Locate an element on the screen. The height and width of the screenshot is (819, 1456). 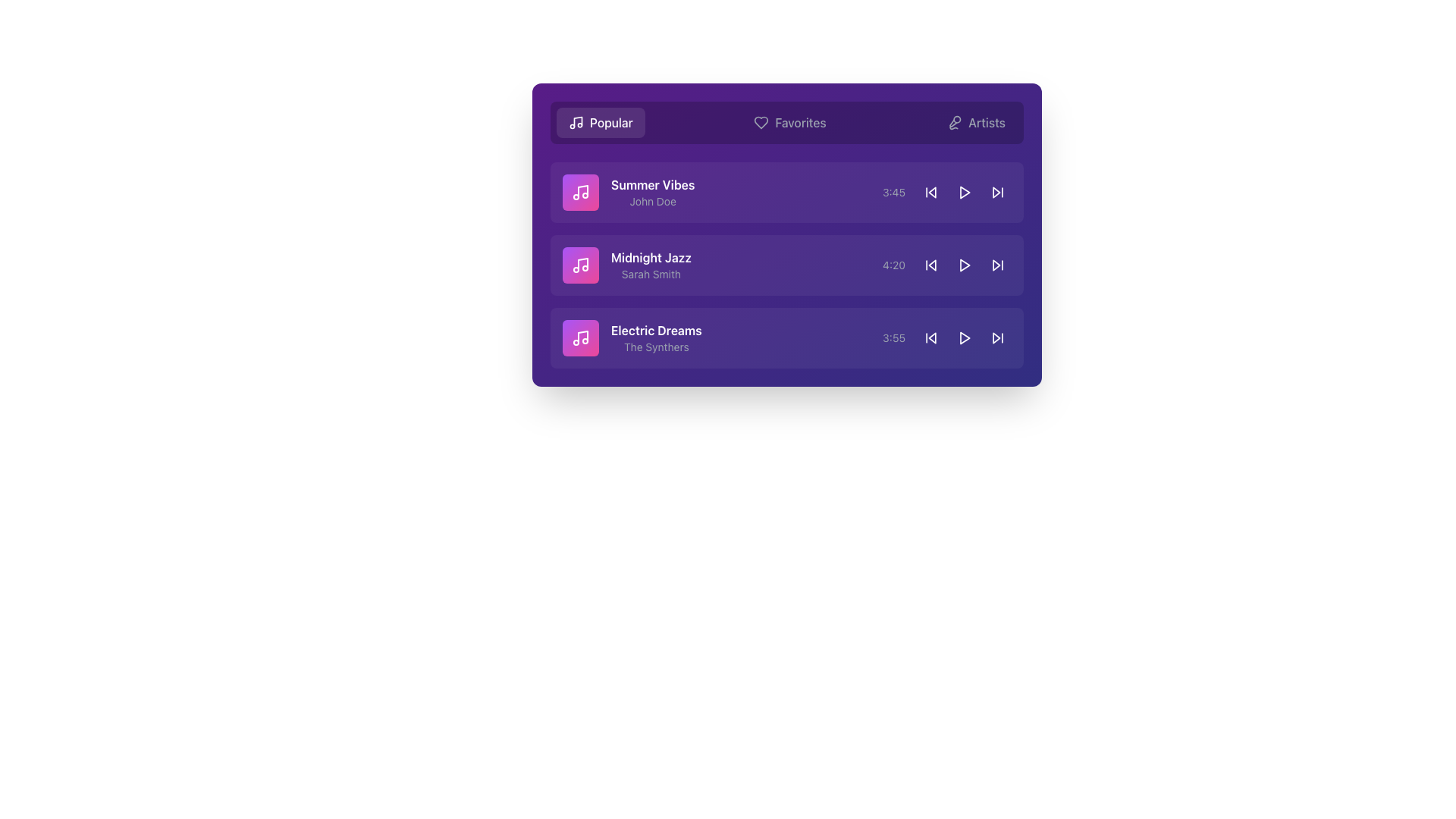
the leftward-facing triangular icon button, which is the second icon in the control bar next to the 'Electric Dreams' song item is located at coordinates (930, 337).